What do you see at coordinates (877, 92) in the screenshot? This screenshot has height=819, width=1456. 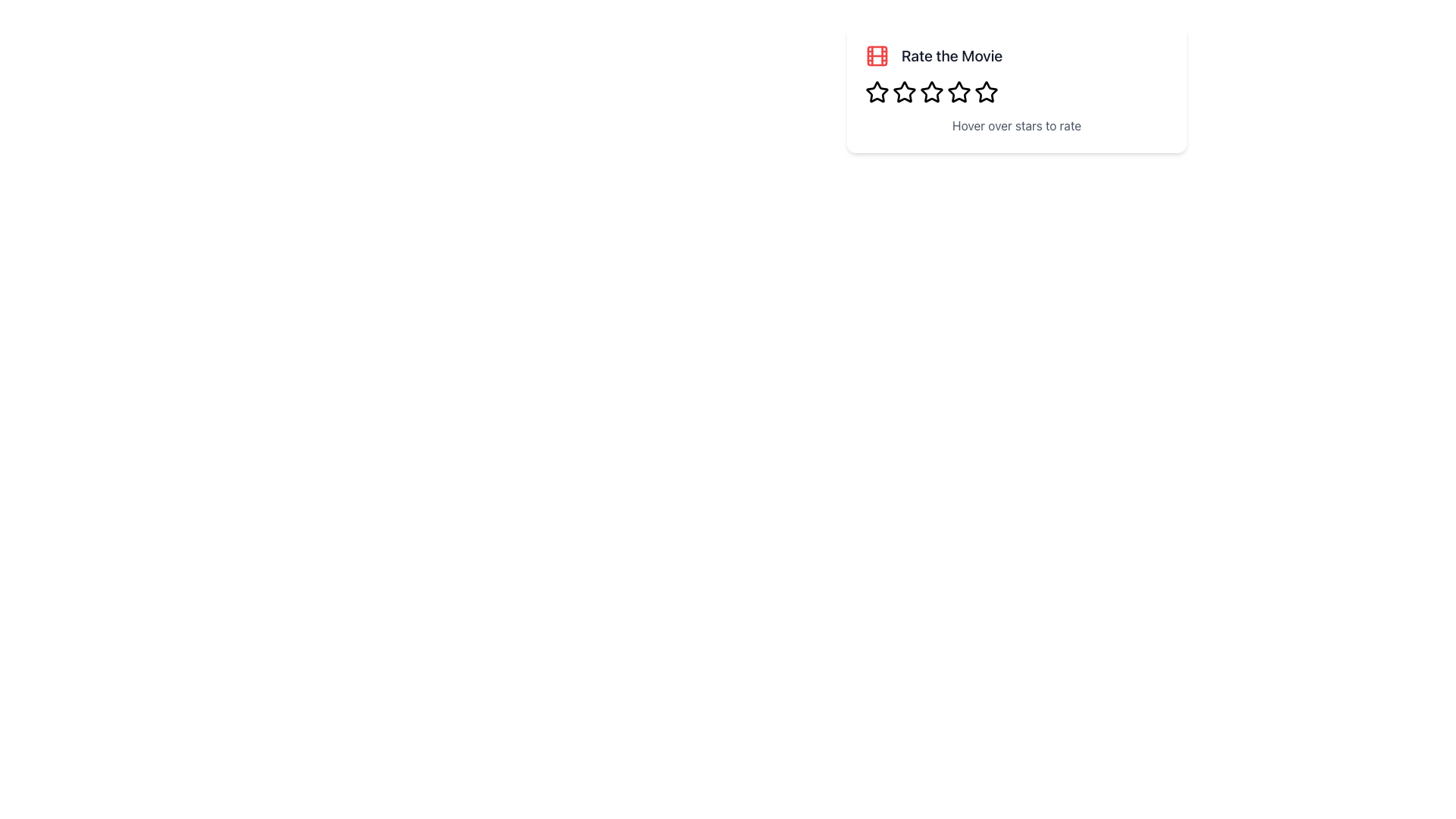 I see `the first star in the horizontal layout of rating stars to rate the movie` at bounding box center [877, 92].